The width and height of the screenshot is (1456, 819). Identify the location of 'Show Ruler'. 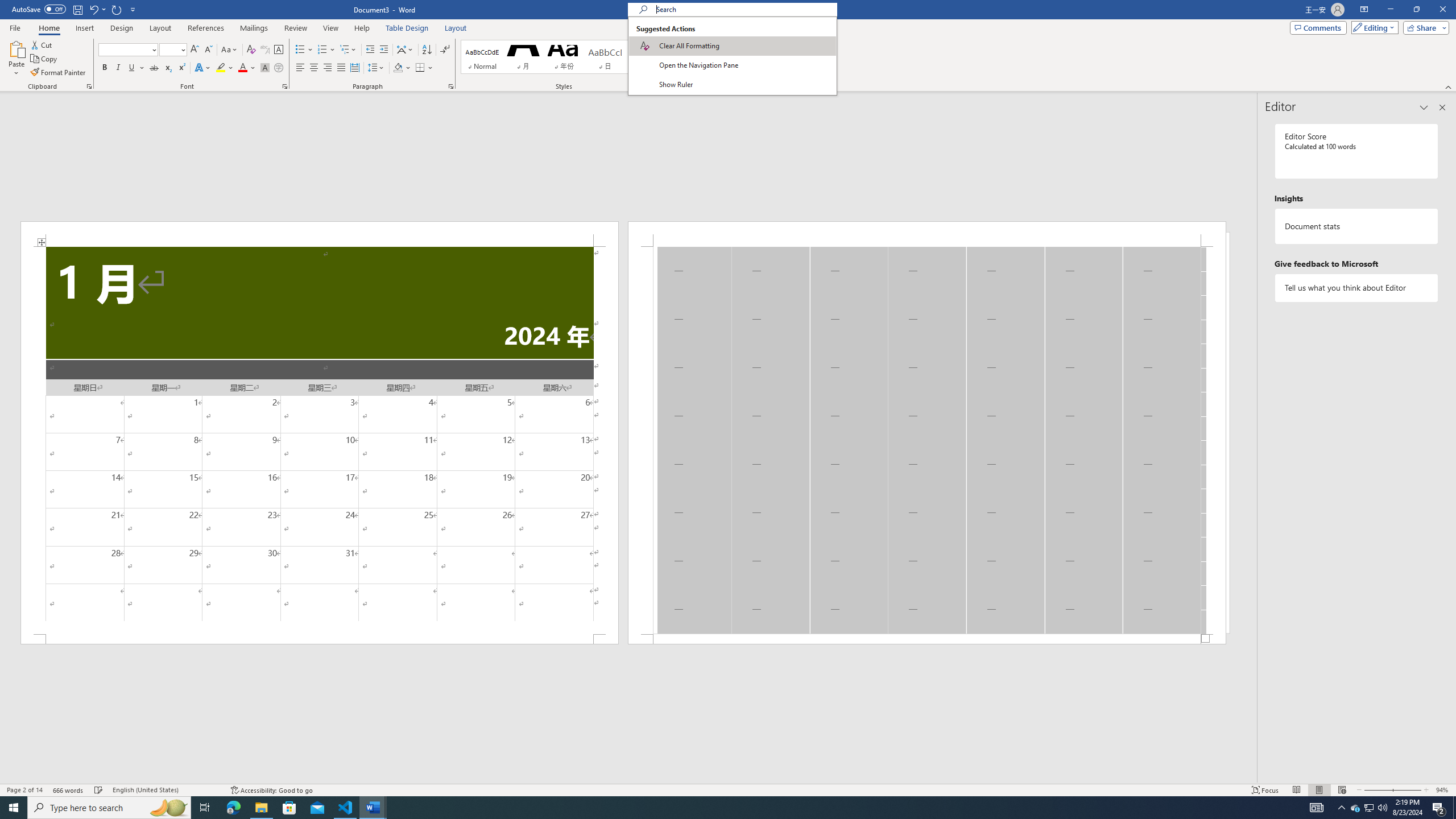
(732, 85).